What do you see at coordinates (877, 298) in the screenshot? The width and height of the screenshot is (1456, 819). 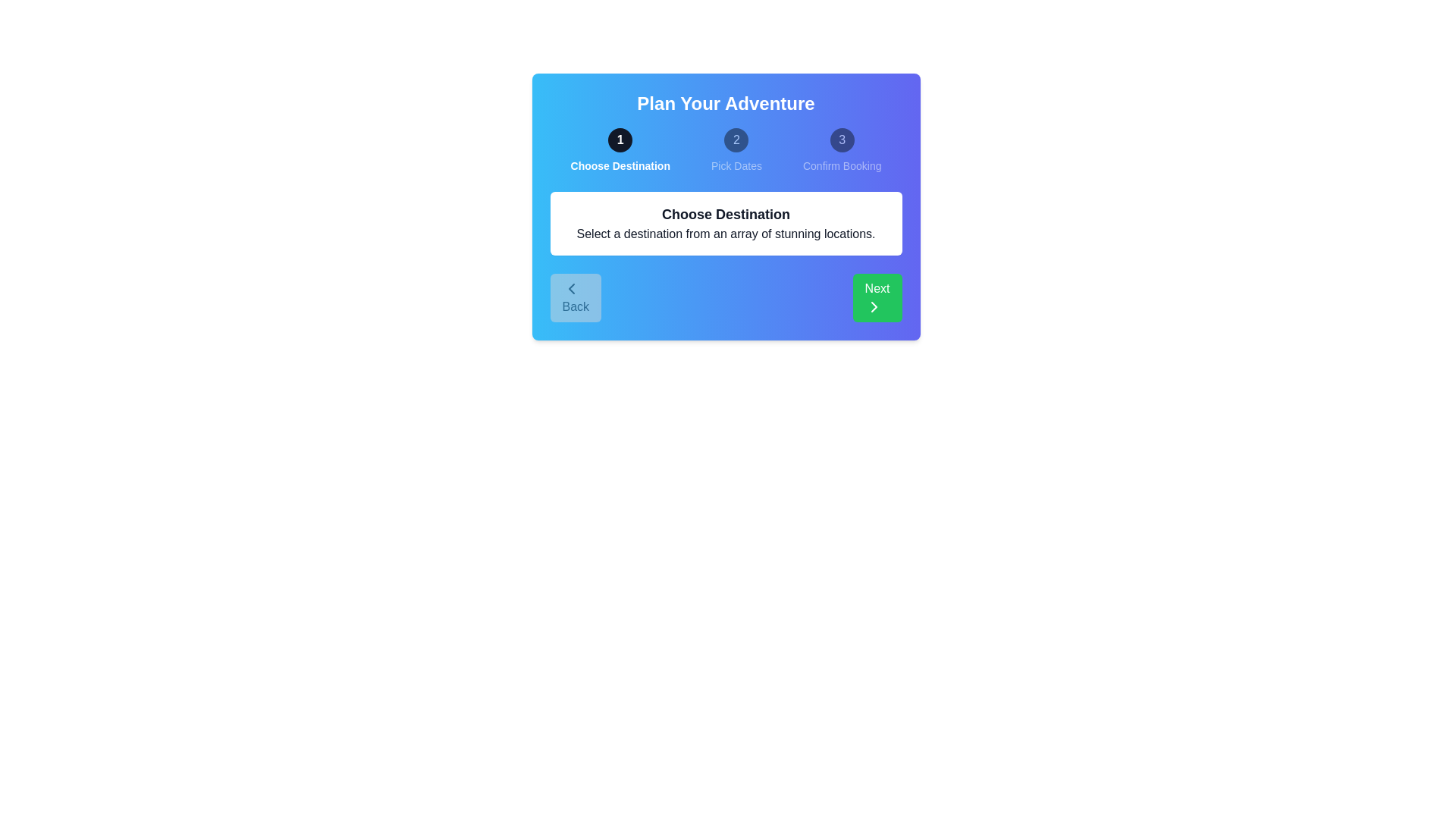 I see `the 'Next' button to navigate to the next stage` at bounding box center [877, 298].